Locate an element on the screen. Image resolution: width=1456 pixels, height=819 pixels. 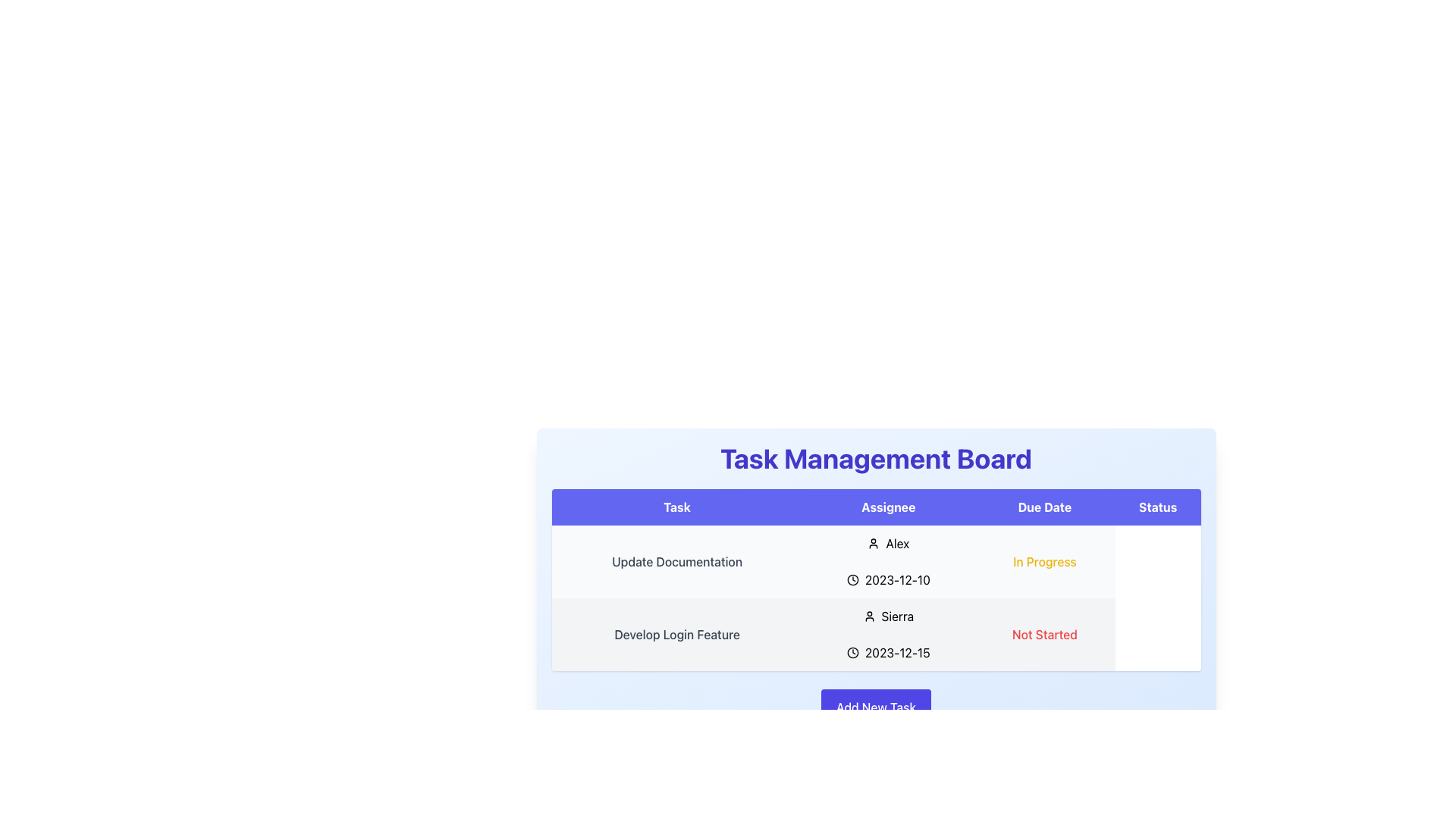
the first row of the table containing the task titled 'Update Documentation' is located at coordinates (876, 561).